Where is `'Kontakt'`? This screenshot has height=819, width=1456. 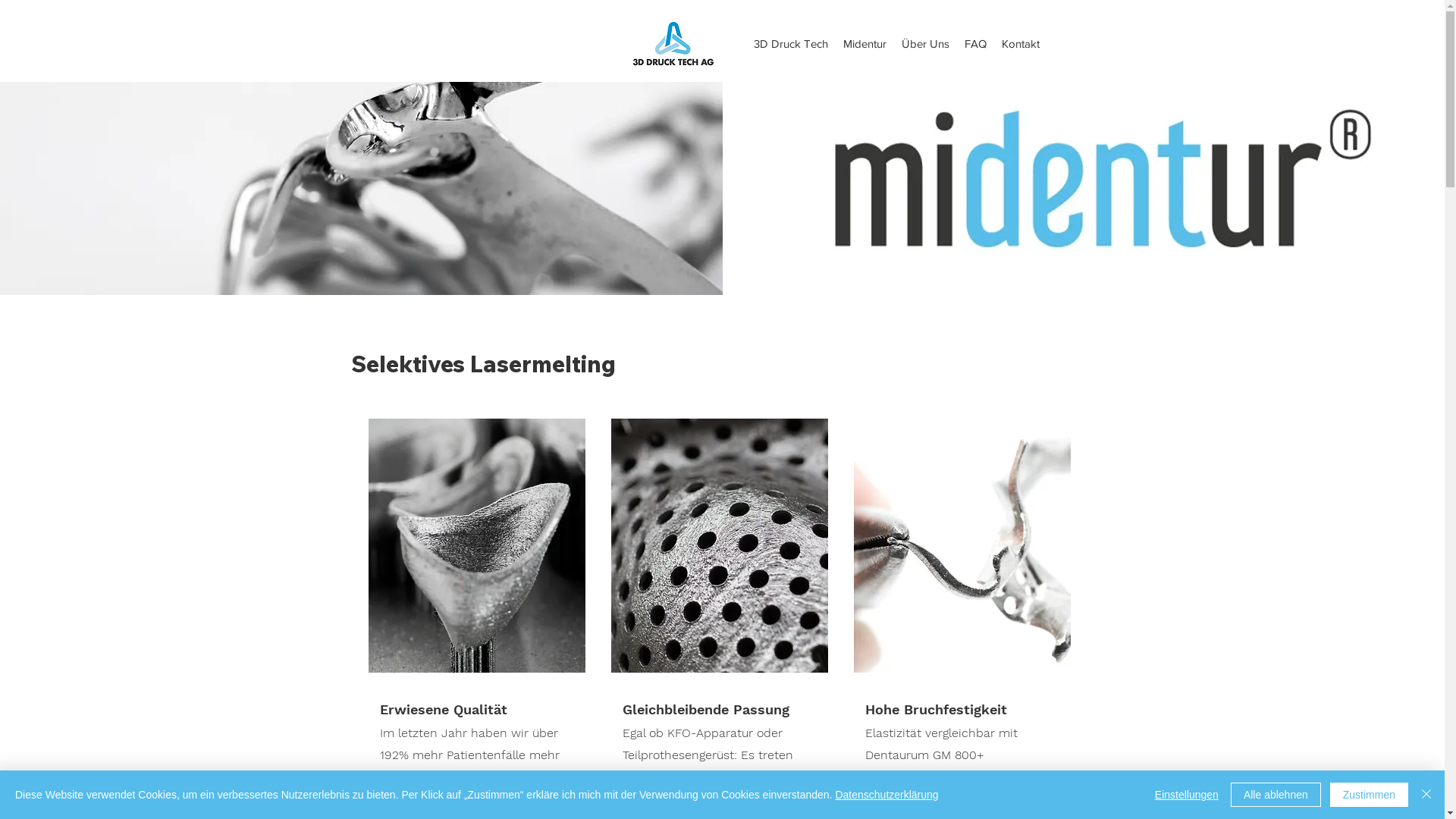
'Kontakt' is located at coordinates (1020, 42).